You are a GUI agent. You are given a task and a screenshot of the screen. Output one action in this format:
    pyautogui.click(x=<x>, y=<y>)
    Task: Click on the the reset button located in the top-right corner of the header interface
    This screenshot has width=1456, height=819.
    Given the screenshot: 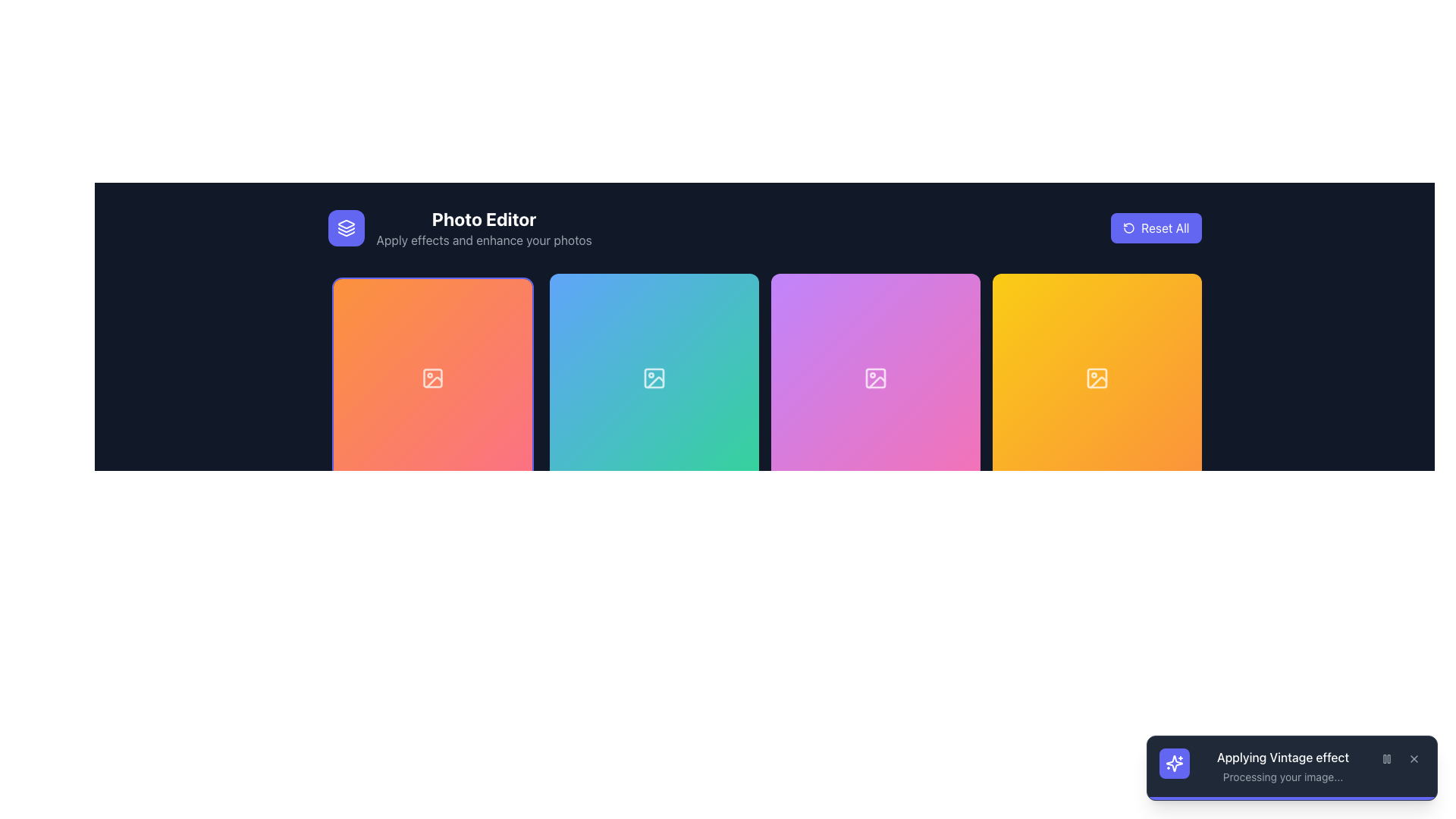 What is the action you would take?
    pyautogui.click(x=1155, y=227)
    